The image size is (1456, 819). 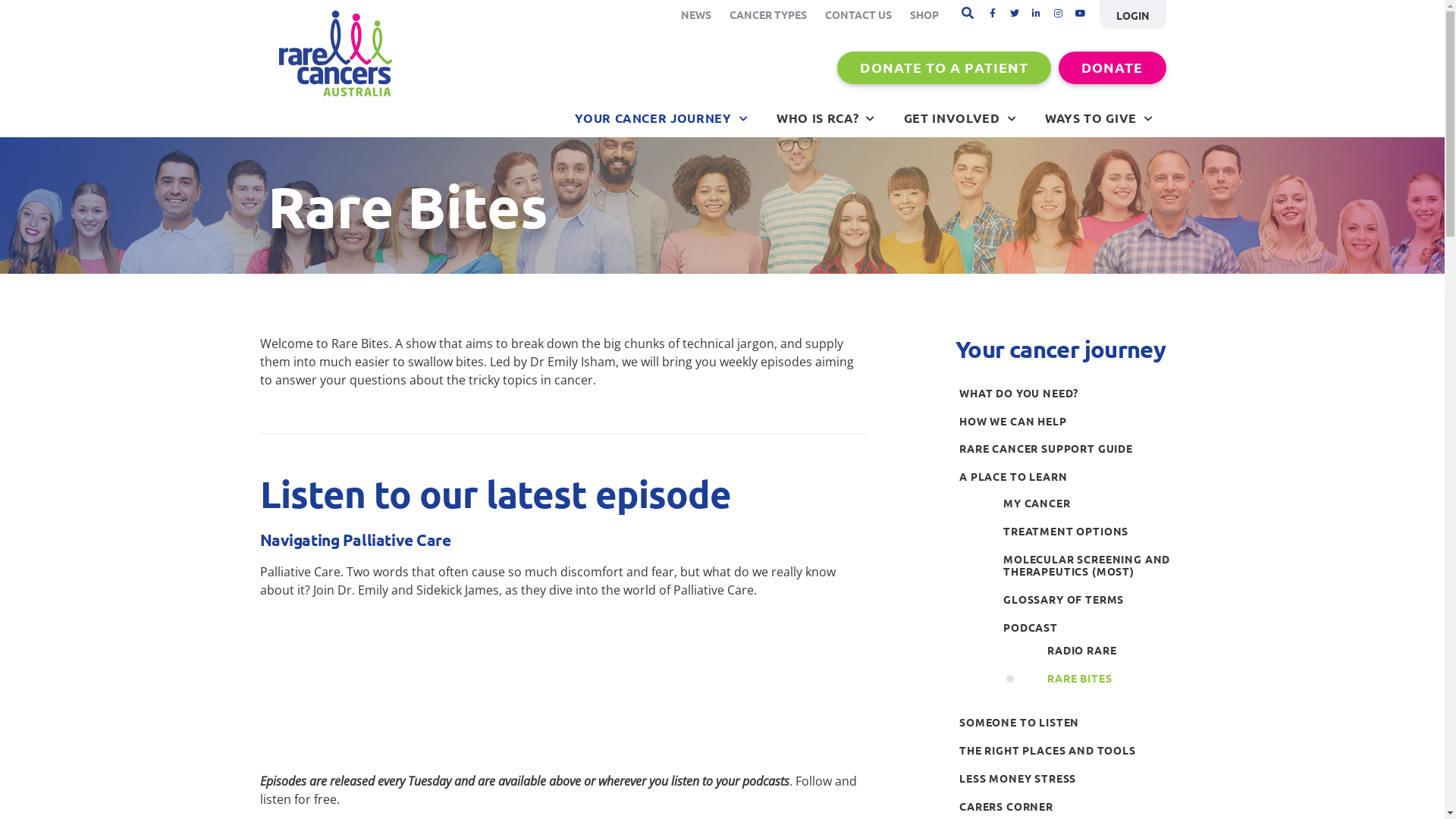 I want to click on 'SOMEONE TO LISTEN', so click(x=1065, y=721).